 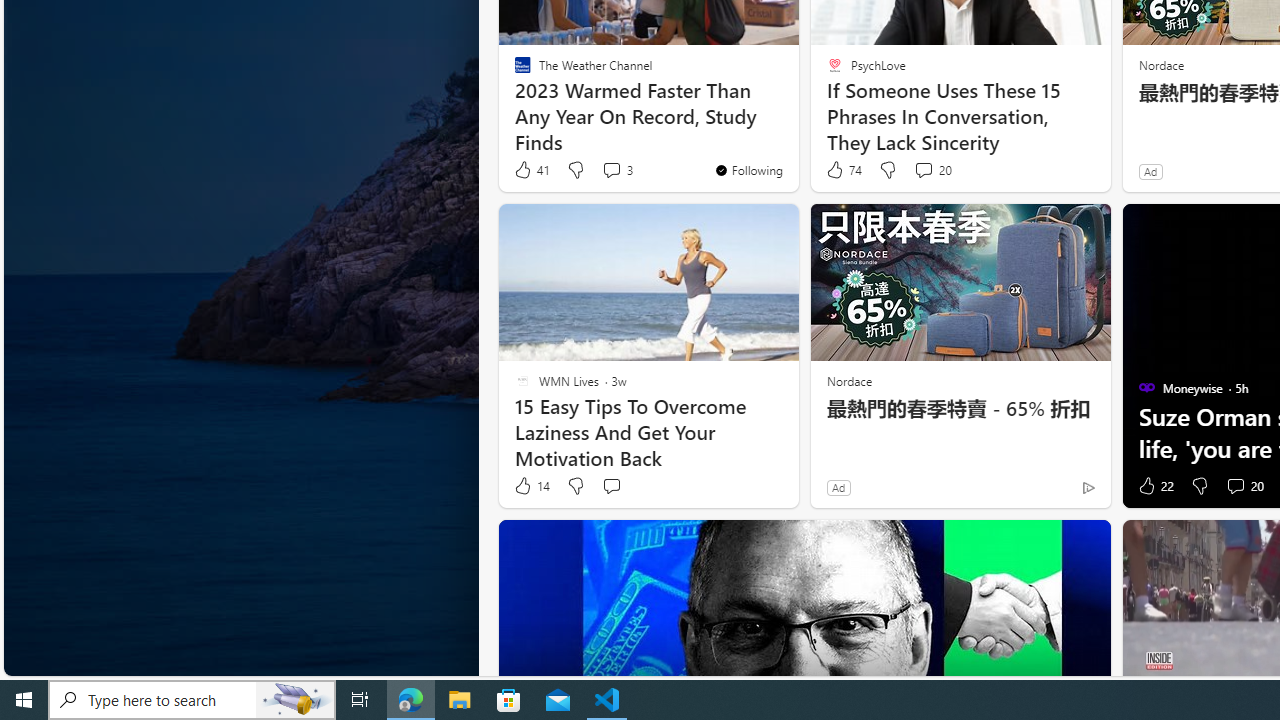 I want to click on '74 Like', so click(x=843, y=169).